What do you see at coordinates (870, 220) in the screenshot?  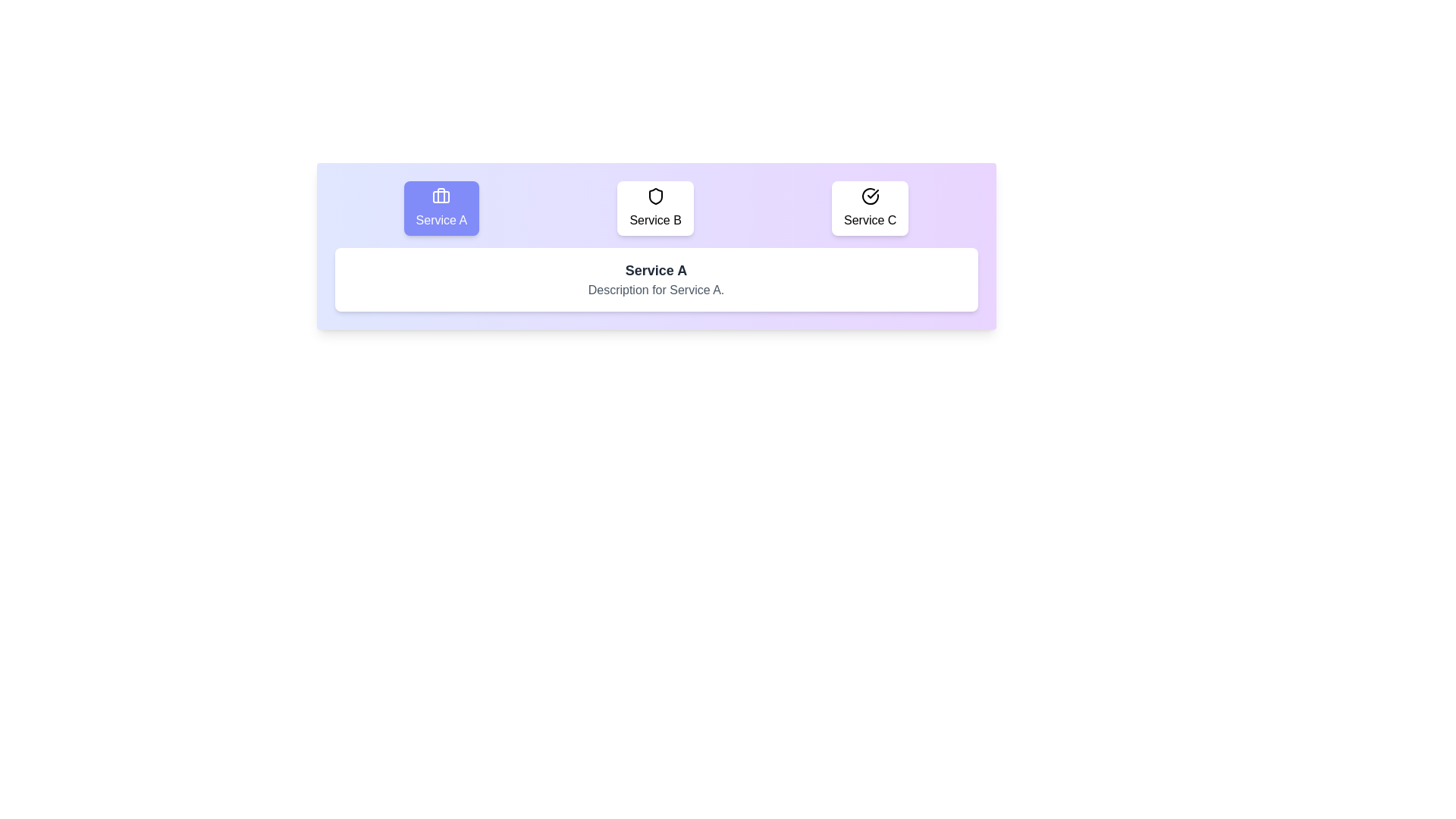 I see `the 'Service C' text label, which serves as an interactive identifier for the service option` at bounding box center [870, 220].